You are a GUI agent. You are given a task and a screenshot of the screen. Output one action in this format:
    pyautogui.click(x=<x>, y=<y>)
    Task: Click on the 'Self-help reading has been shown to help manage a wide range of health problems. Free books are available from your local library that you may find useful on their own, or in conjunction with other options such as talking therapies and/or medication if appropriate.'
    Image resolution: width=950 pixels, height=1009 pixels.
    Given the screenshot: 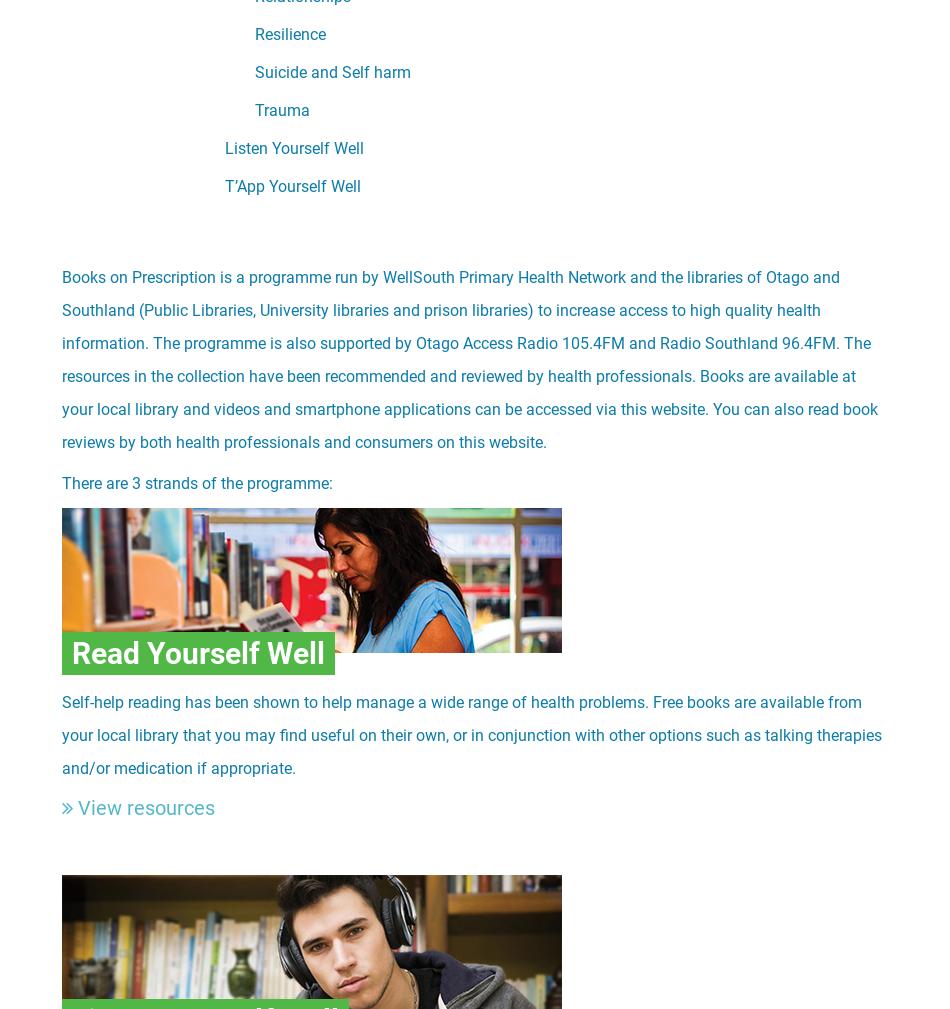 What is the action you would take?
    pyautogui.click(x=470, y=735)
    